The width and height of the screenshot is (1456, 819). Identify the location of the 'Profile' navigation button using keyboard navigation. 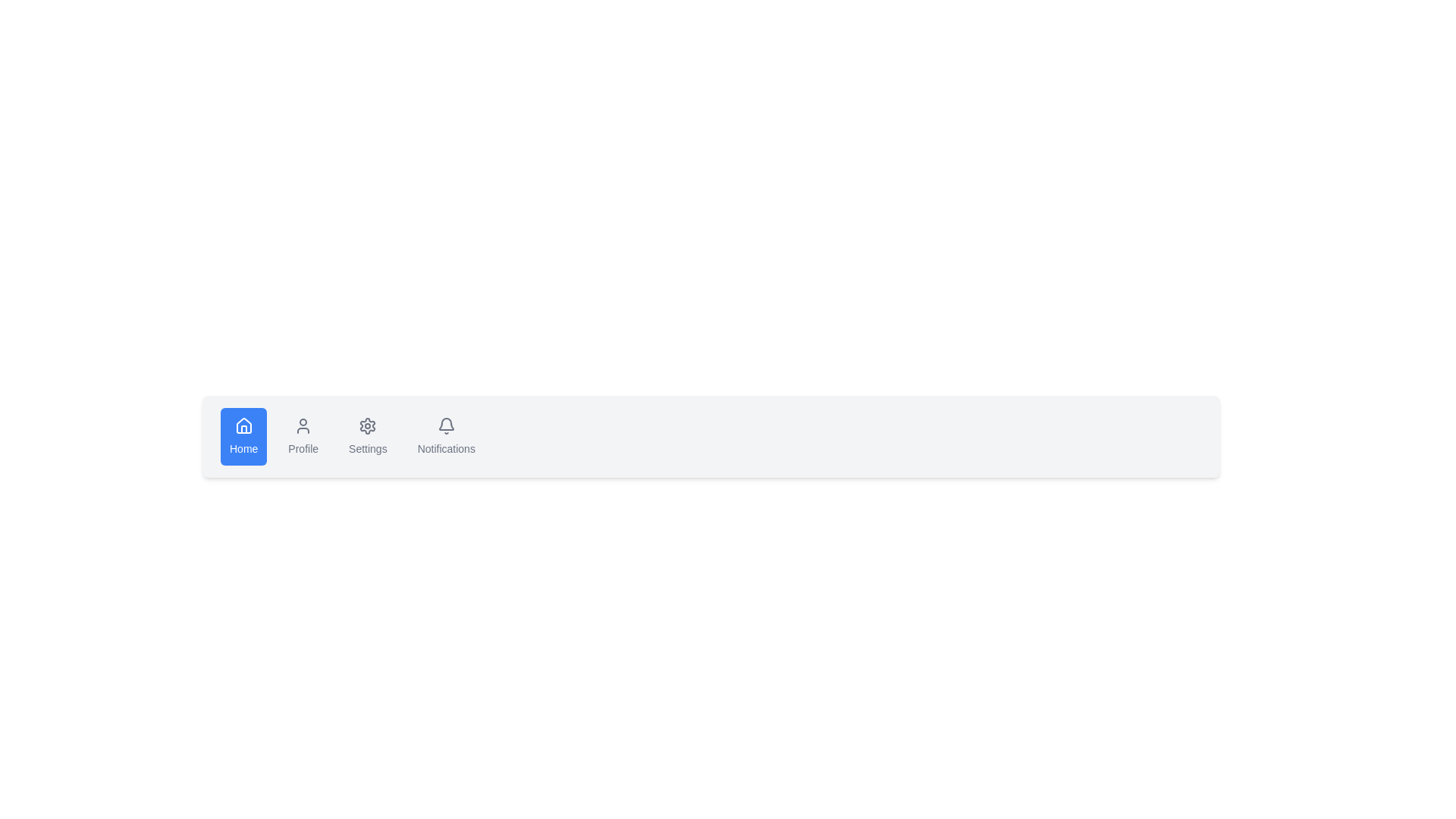
(303, 436).